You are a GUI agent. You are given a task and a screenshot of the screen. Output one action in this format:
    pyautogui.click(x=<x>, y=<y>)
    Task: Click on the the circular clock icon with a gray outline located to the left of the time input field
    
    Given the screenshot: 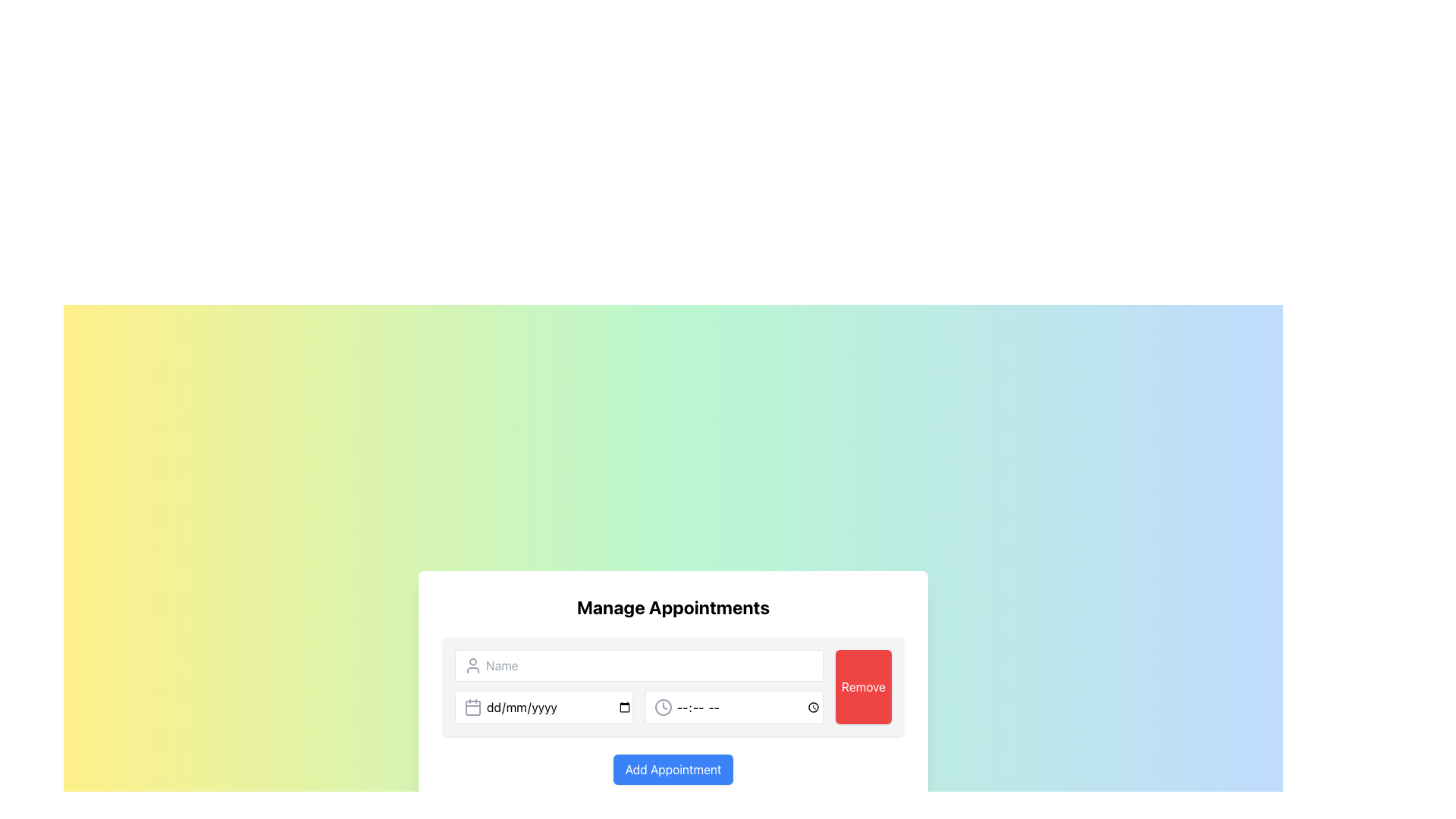 What is the action you would take?
    pyautogui.click(x=663, y=708)
    